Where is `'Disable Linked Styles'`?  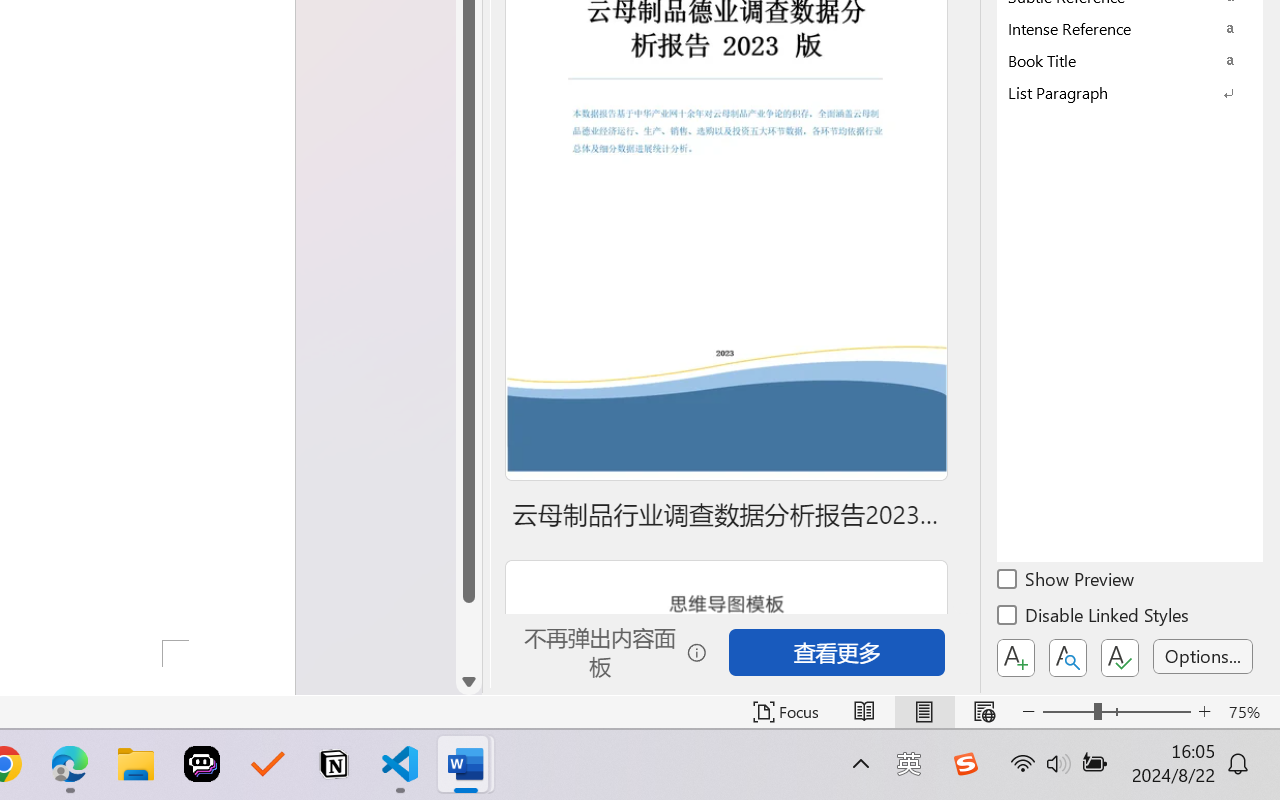 'Disable Linked Styles' is located at coordinates (1094, 618).